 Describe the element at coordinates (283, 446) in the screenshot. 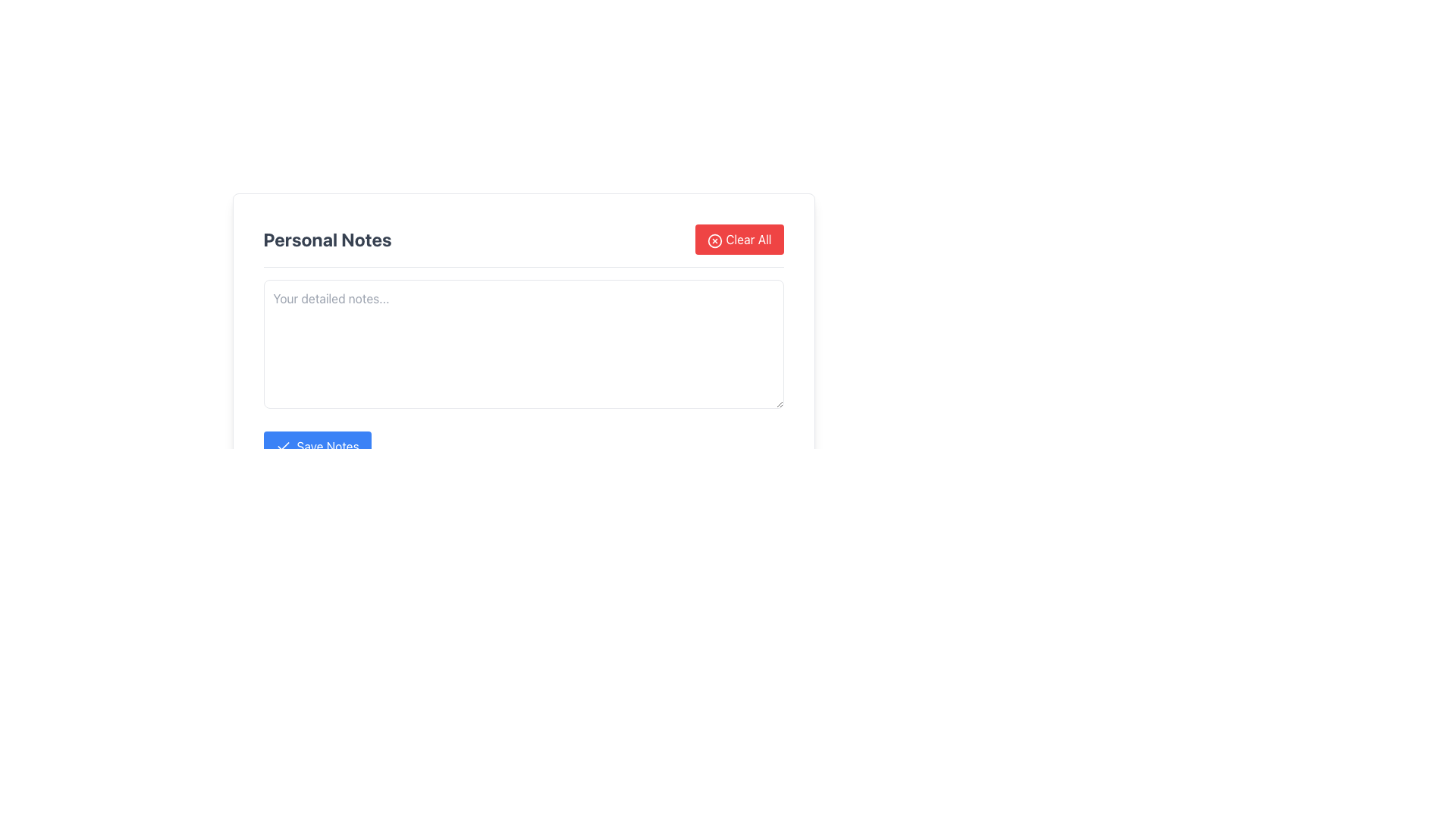

I see `the small blue checkmark icon located to the left of the 'Save Notes' text inside the blue rectangular button` at that location.